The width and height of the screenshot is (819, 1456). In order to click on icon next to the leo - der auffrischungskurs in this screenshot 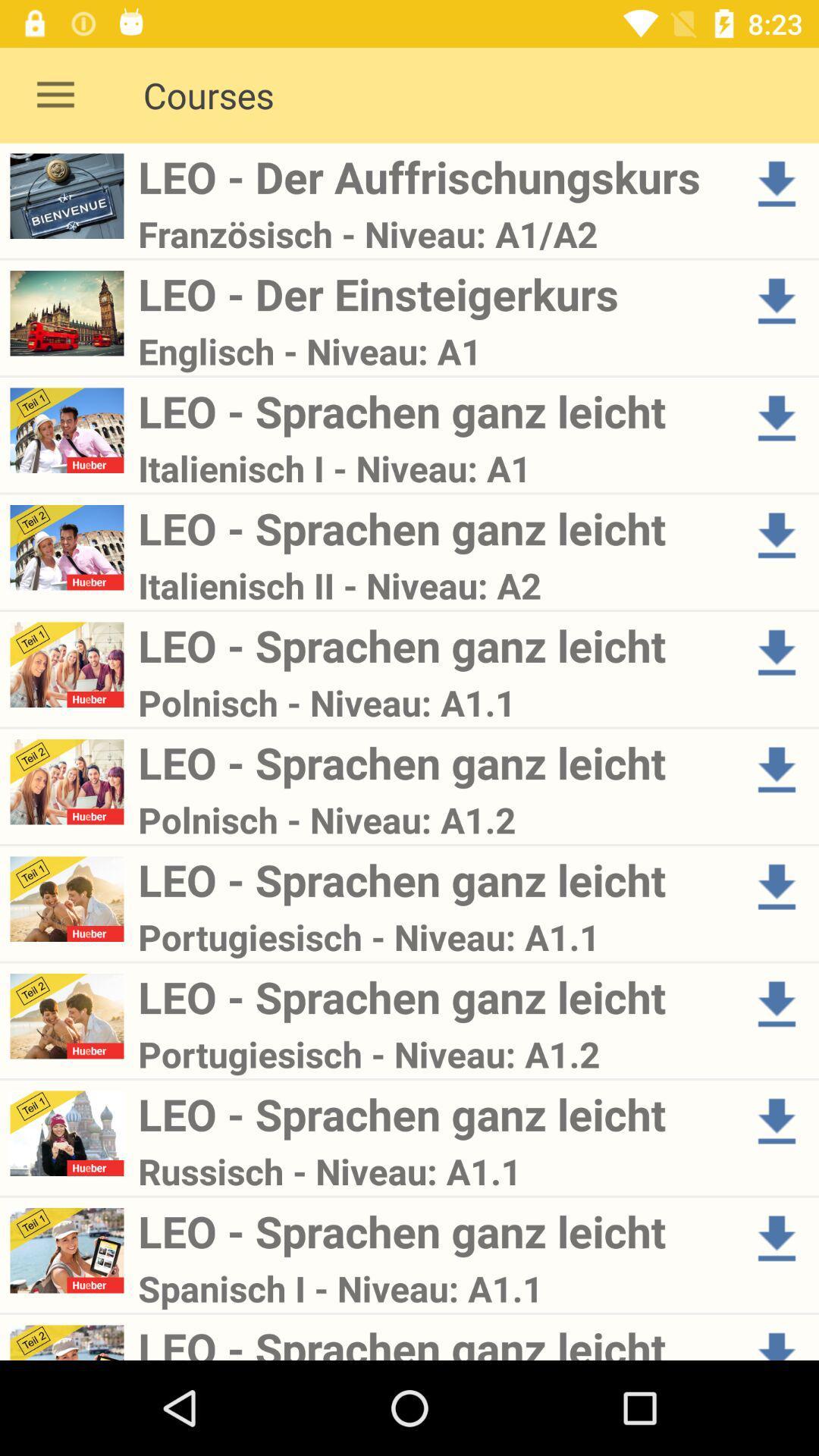, I will do `click(55, 94)`.